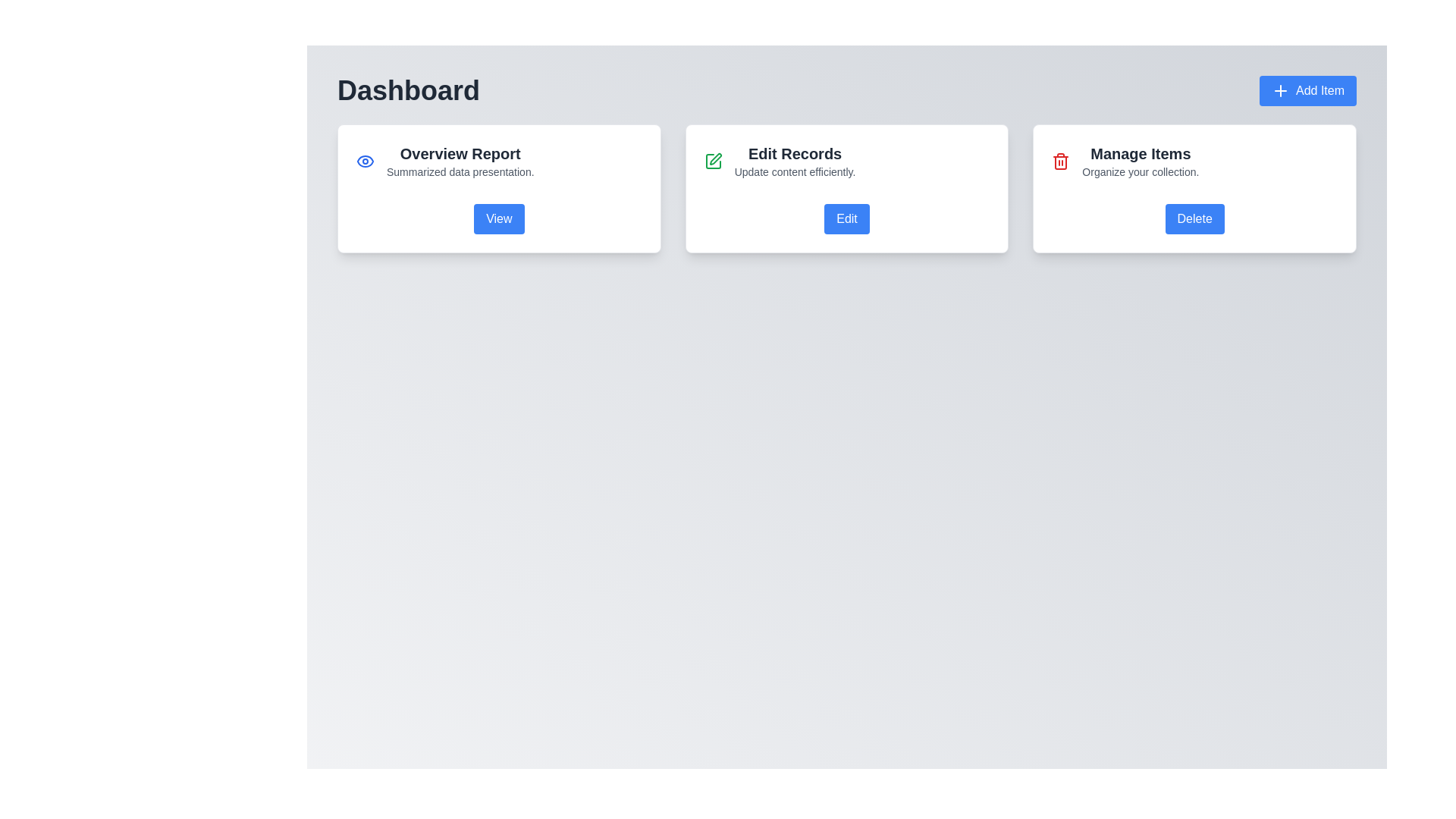  Describe the element at coordinates (499, 188) in the screenshot. I see `contents of the Overview Report card, which is the first card in the grid layout and includes a 'View' button` at that location.